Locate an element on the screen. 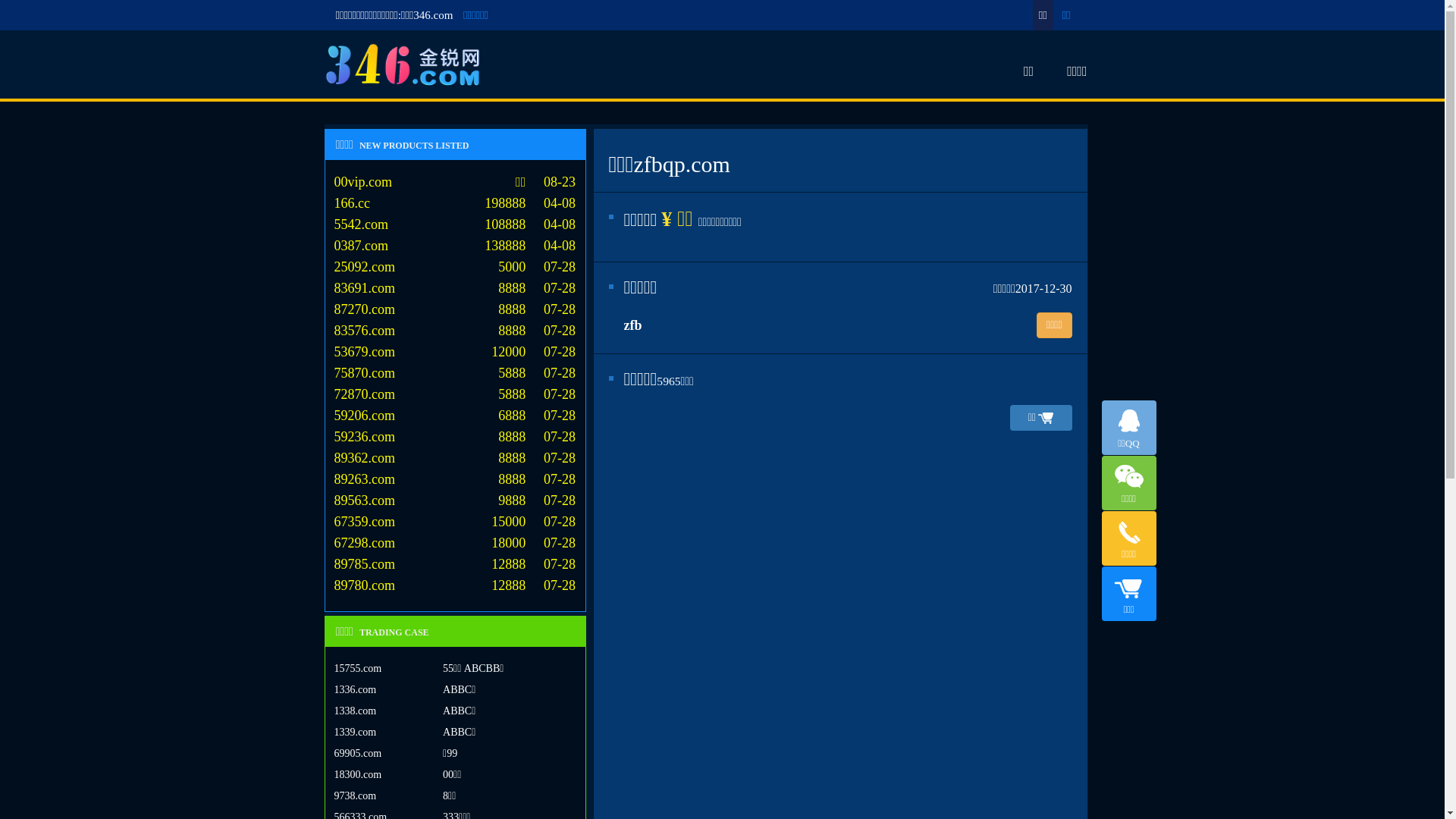  '83691.com 8888 07-28' is located at coordinates (453, 294).